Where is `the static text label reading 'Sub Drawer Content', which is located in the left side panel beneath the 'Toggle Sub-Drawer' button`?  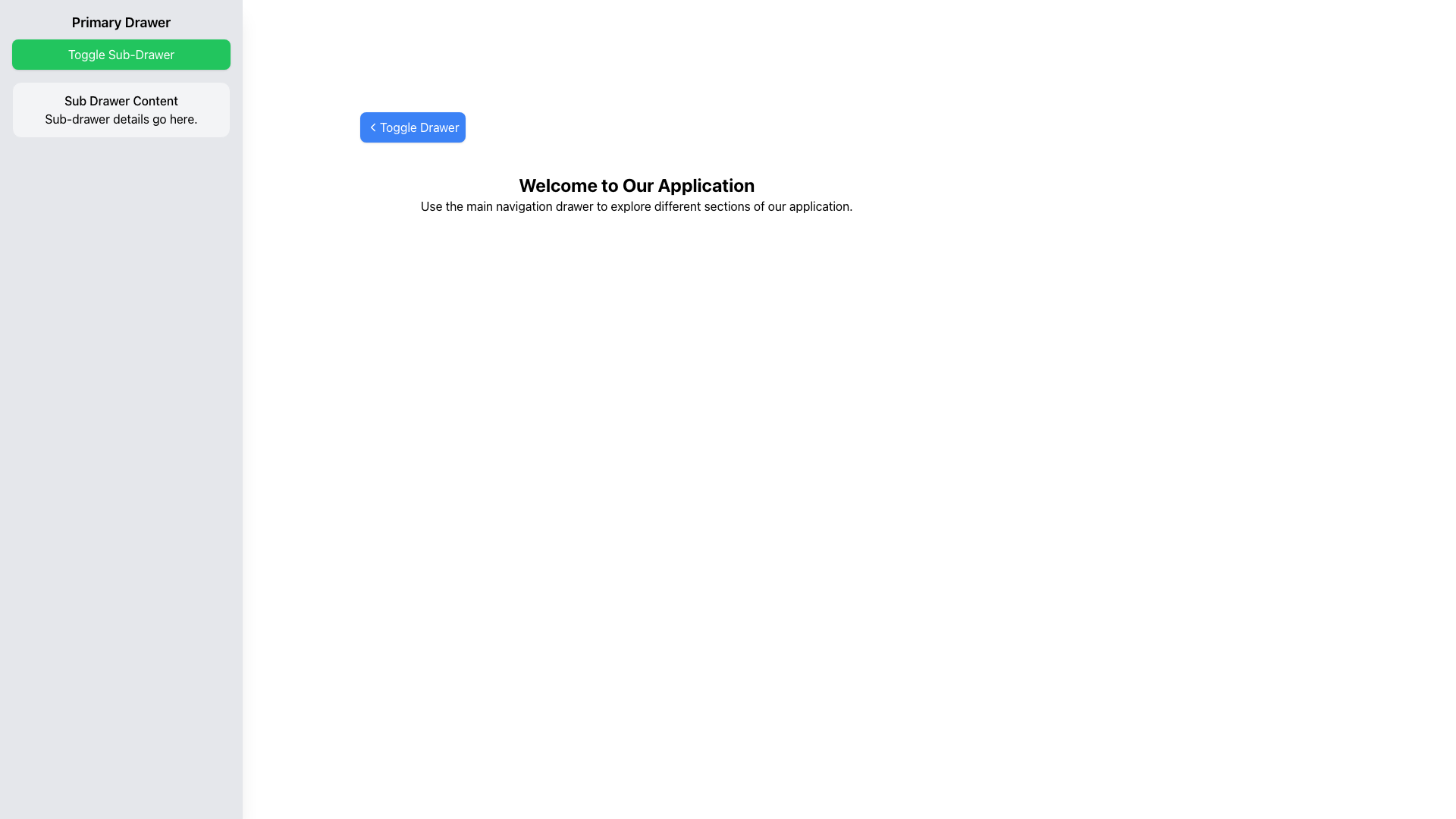 the static text label reading 'Sub Drawer Content', which is located in the left side panel beneath the 'Toggle Sub-Drawer' button is located at coordinates (120, 100).